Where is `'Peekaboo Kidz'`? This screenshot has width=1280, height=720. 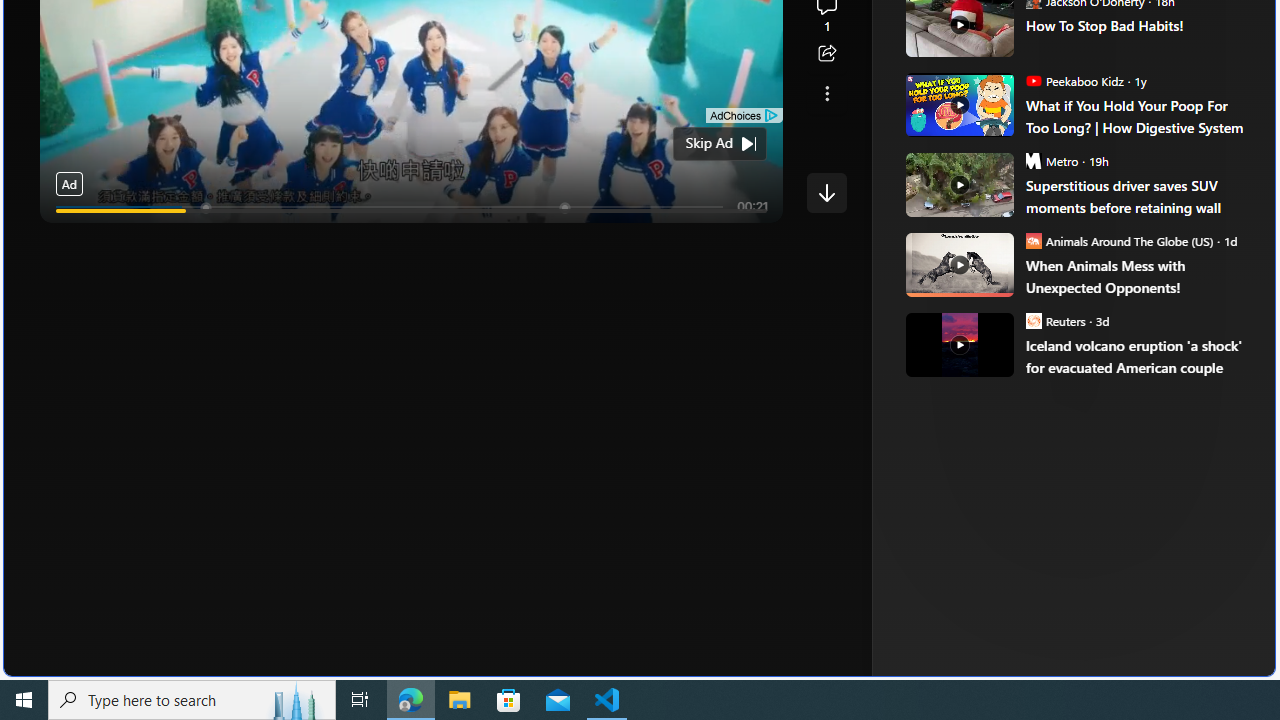 'Peekaboo Kidz' is located at coordinates (1033, 79).